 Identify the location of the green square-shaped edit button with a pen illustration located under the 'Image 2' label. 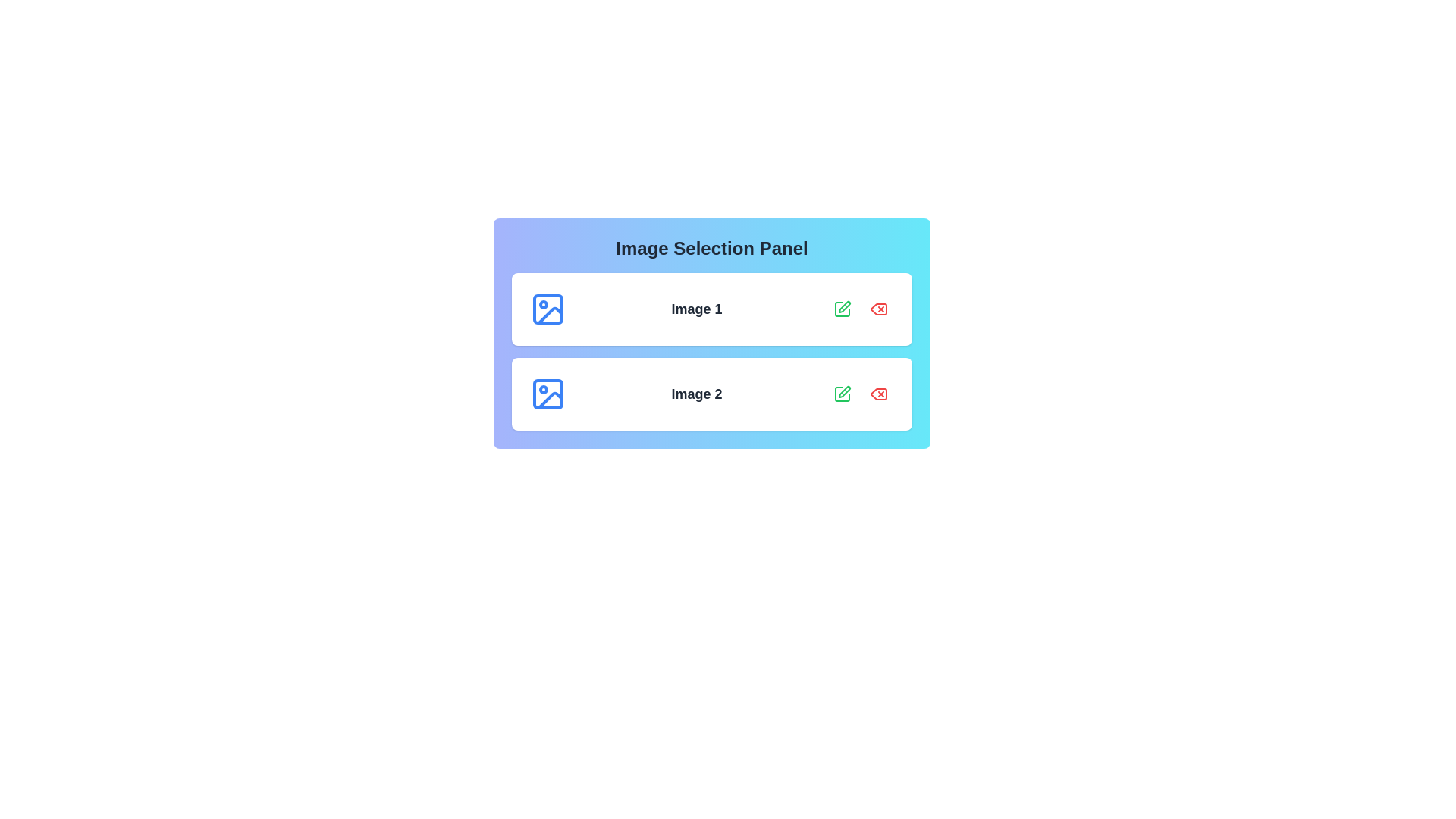
(841, 394).